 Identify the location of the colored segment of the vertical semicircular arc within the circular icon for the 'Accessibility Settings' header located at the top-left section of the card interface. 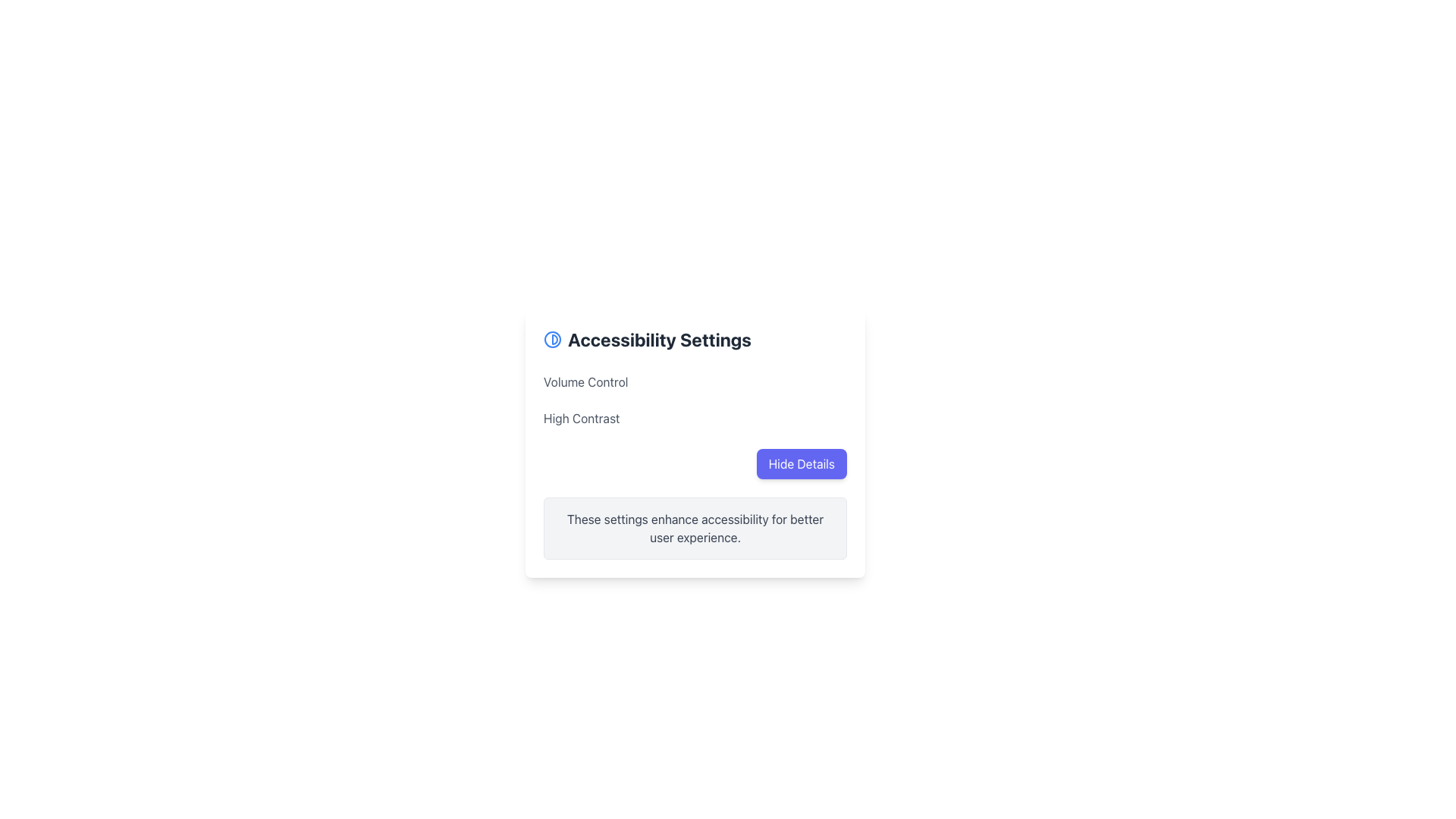
(554, 338).